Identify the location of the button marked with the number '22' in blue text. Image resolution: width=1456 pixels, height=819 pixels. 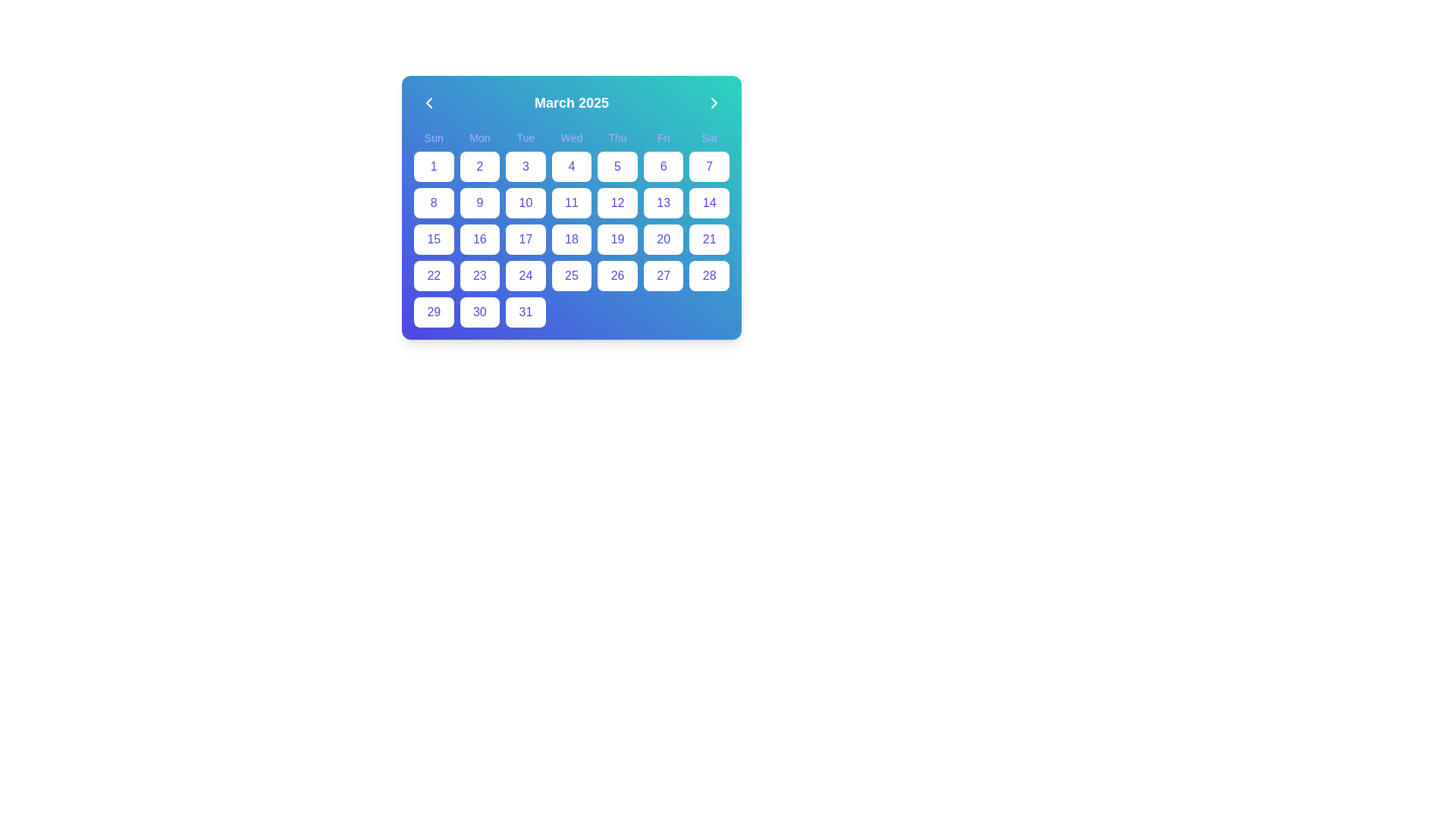
(433, 275).